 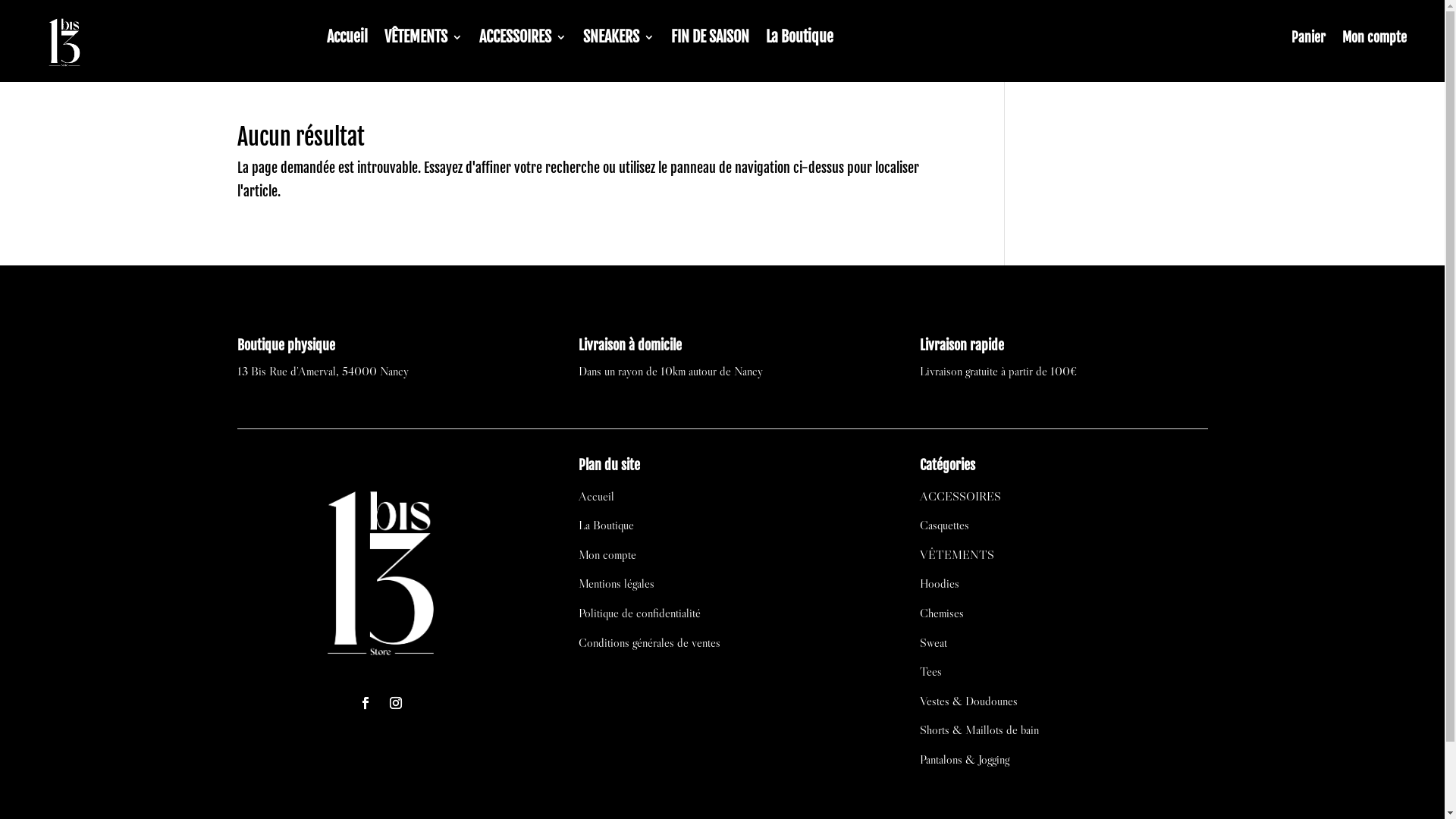 What do you see at coordinates (619, 39) in the screenshot?
I see `'SNEAKERS'` at bounding box center [619, 39].